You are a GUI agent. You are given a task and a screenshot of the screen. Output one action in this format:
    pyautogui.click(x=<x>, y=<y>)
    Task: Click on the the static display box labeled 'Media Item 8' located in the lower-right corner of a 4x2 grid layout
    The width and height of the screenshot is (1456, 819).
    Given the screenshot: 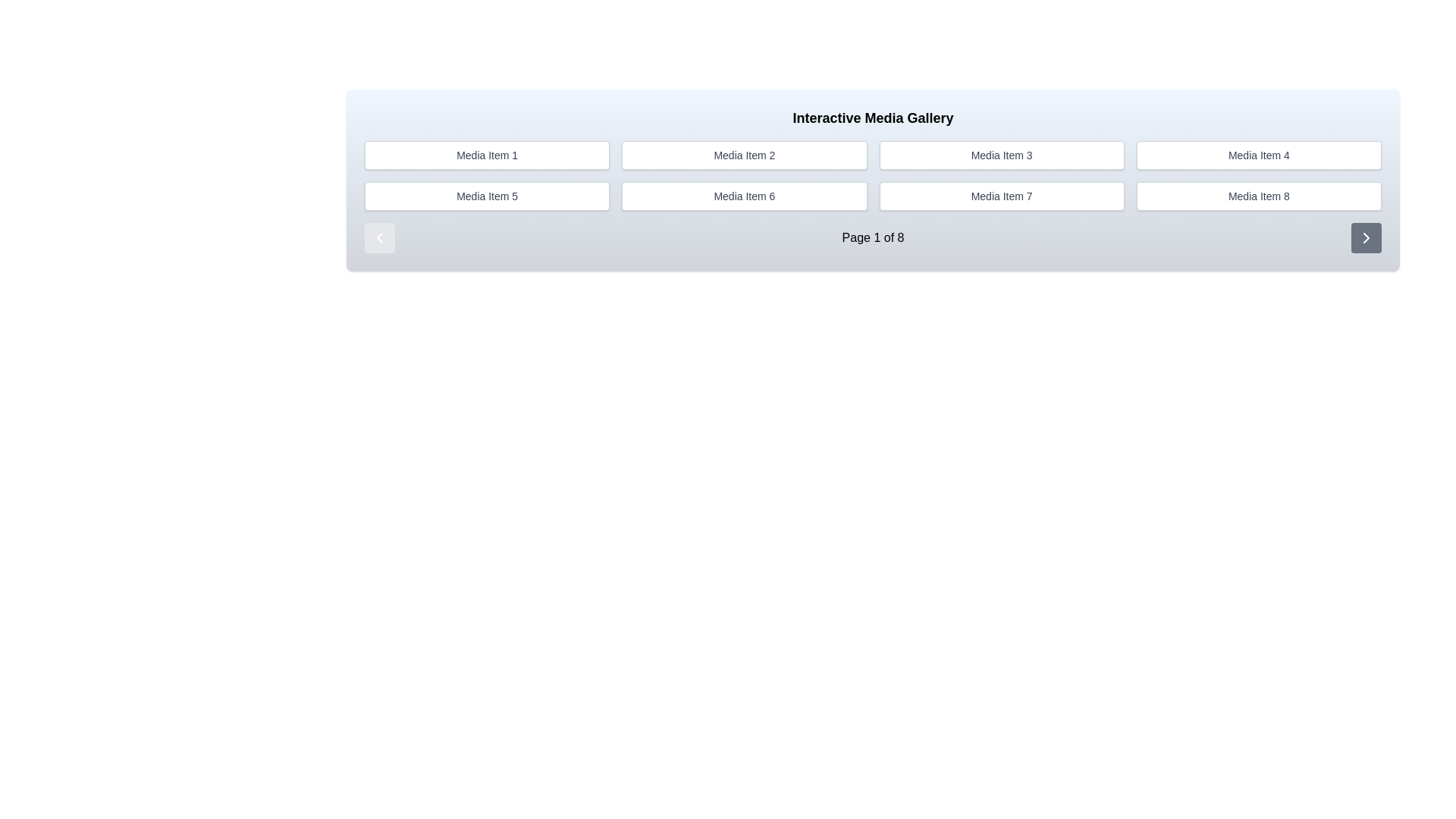 What is the action you would take?
    pyautogui.click(x=1259, y=195)
    